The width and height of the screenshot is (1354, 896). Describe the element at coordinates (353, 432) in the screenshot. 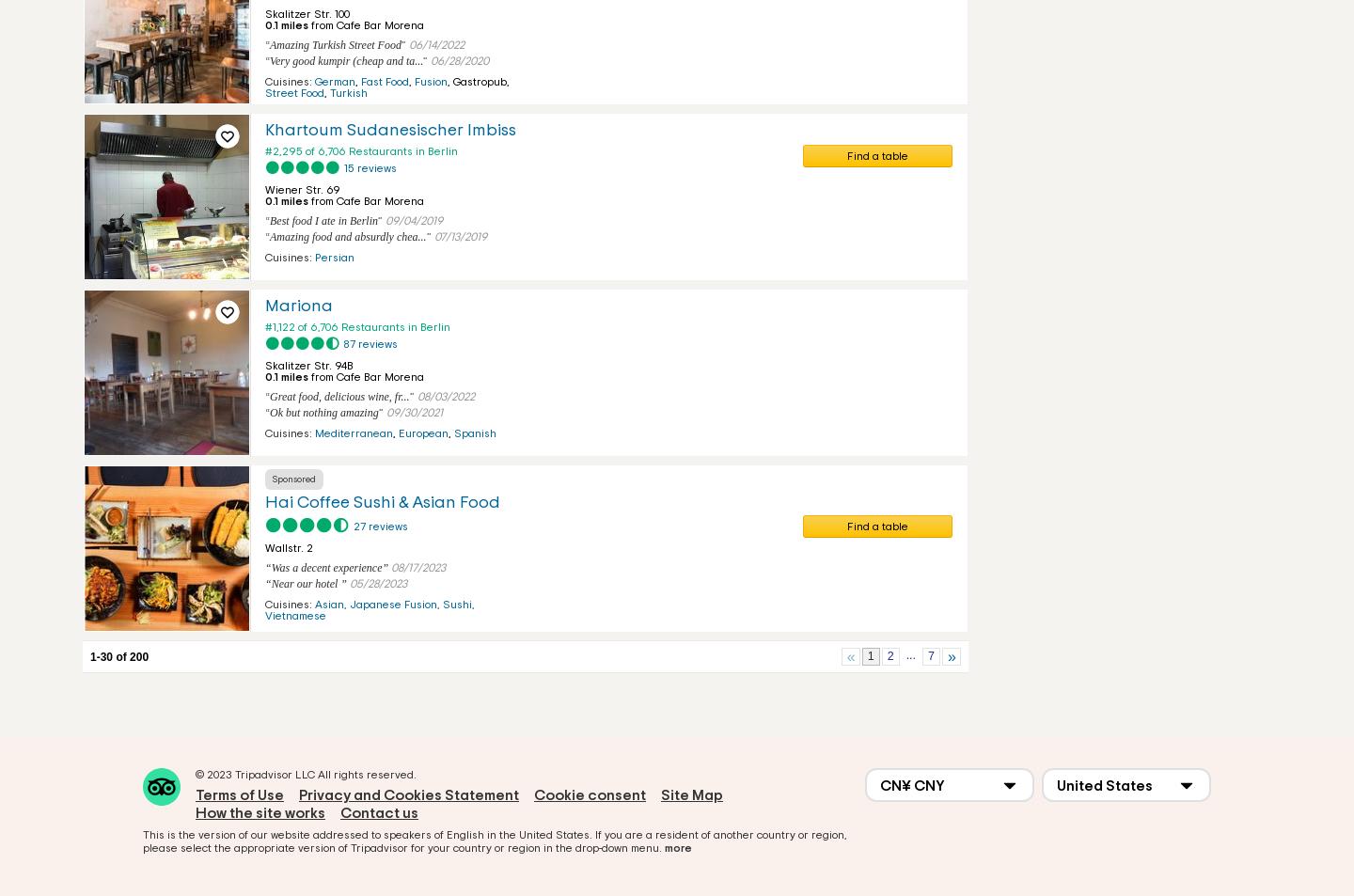

I see `'Mediterranean'` at that location.